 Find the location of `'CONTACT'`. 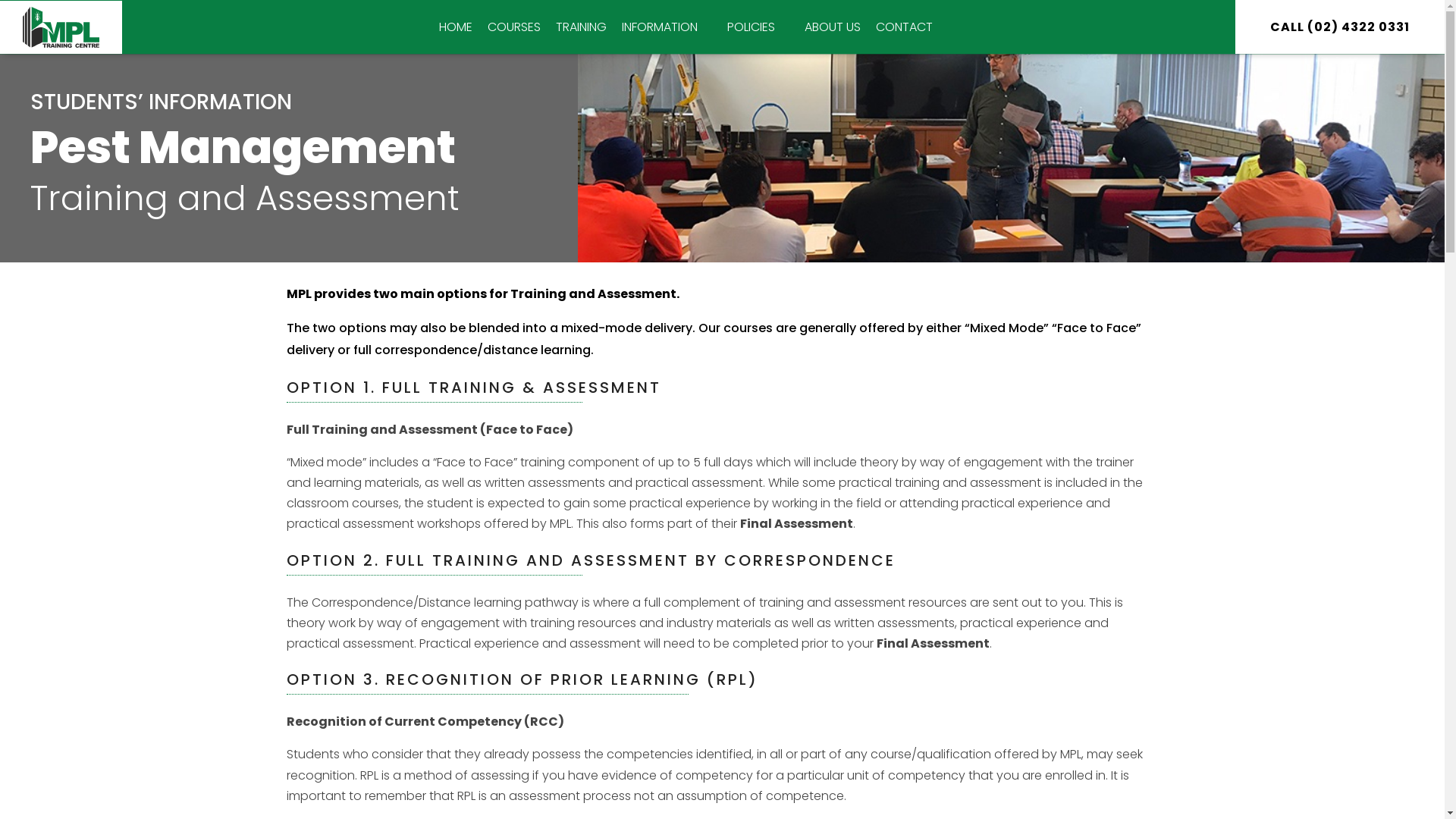

'CONTACT' is located at coordinates (904, 27).